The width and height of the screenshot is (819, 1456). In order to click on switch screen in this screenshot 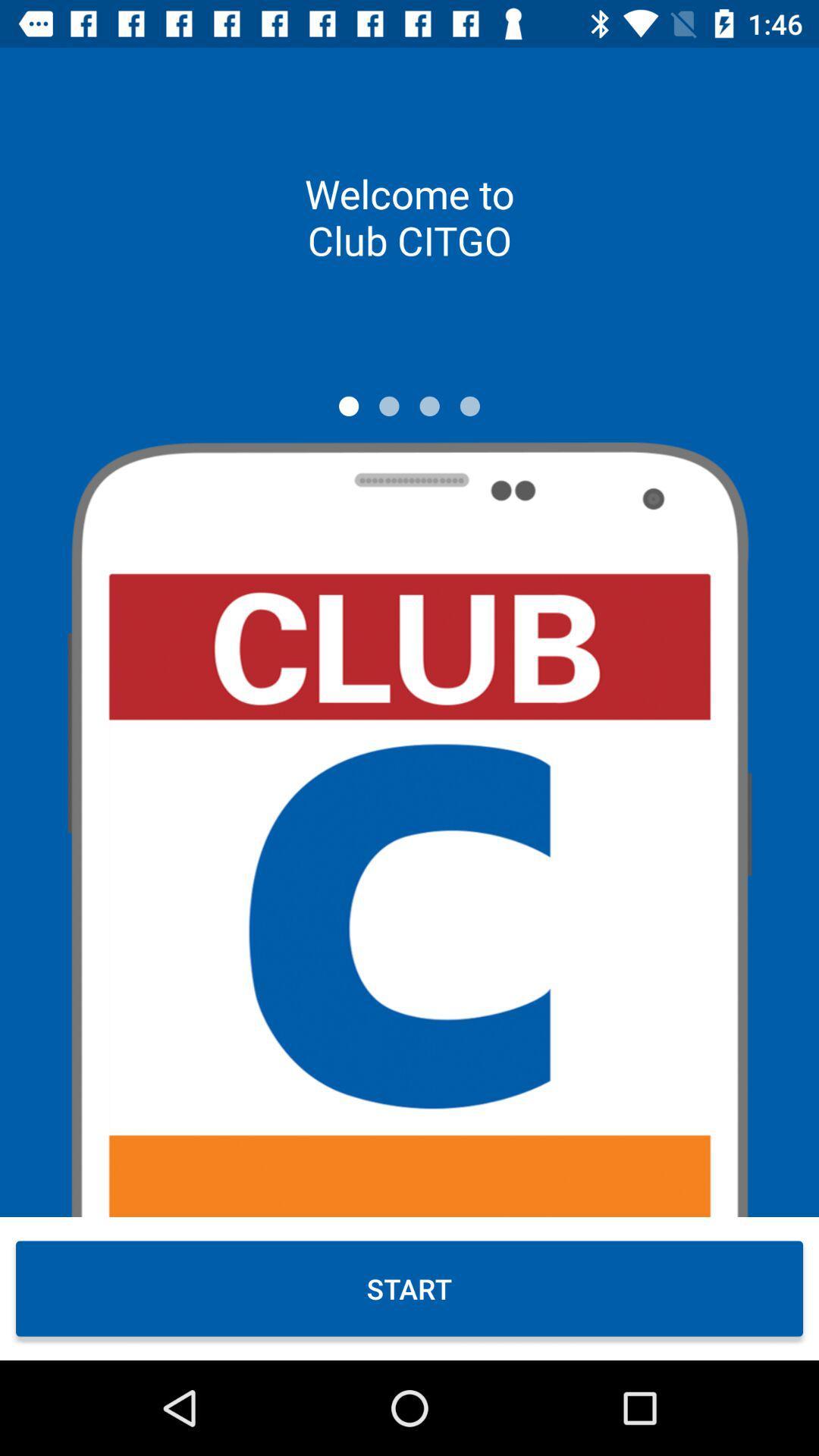, I will do `click(349, 406)`.